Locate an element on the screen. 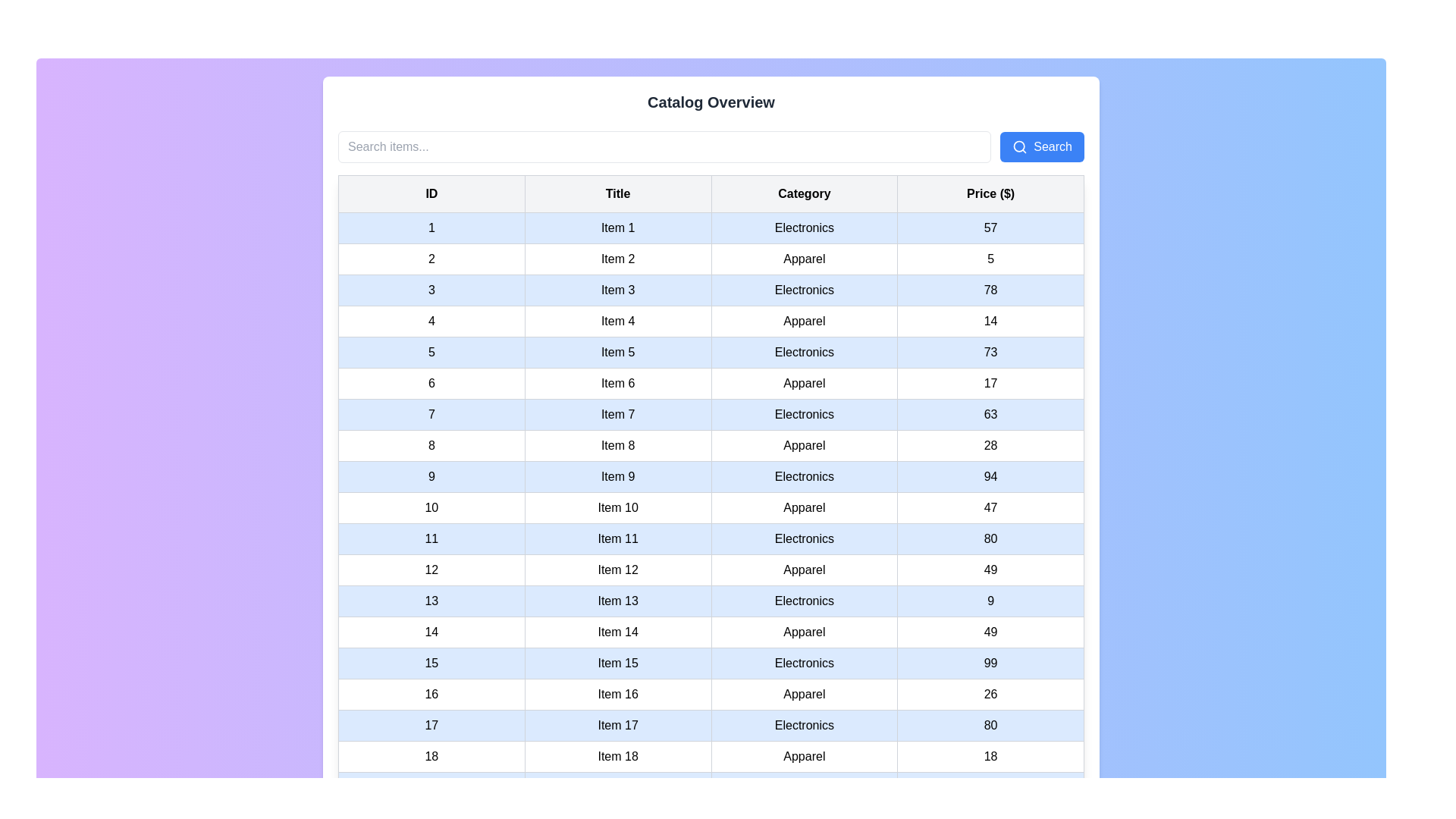 The image size is (1456, 819). the table cell containing the number '7' in bold, black text, located in the first column under the 'ID' header of the table, to focus on it is located at coordinates (431, 415).